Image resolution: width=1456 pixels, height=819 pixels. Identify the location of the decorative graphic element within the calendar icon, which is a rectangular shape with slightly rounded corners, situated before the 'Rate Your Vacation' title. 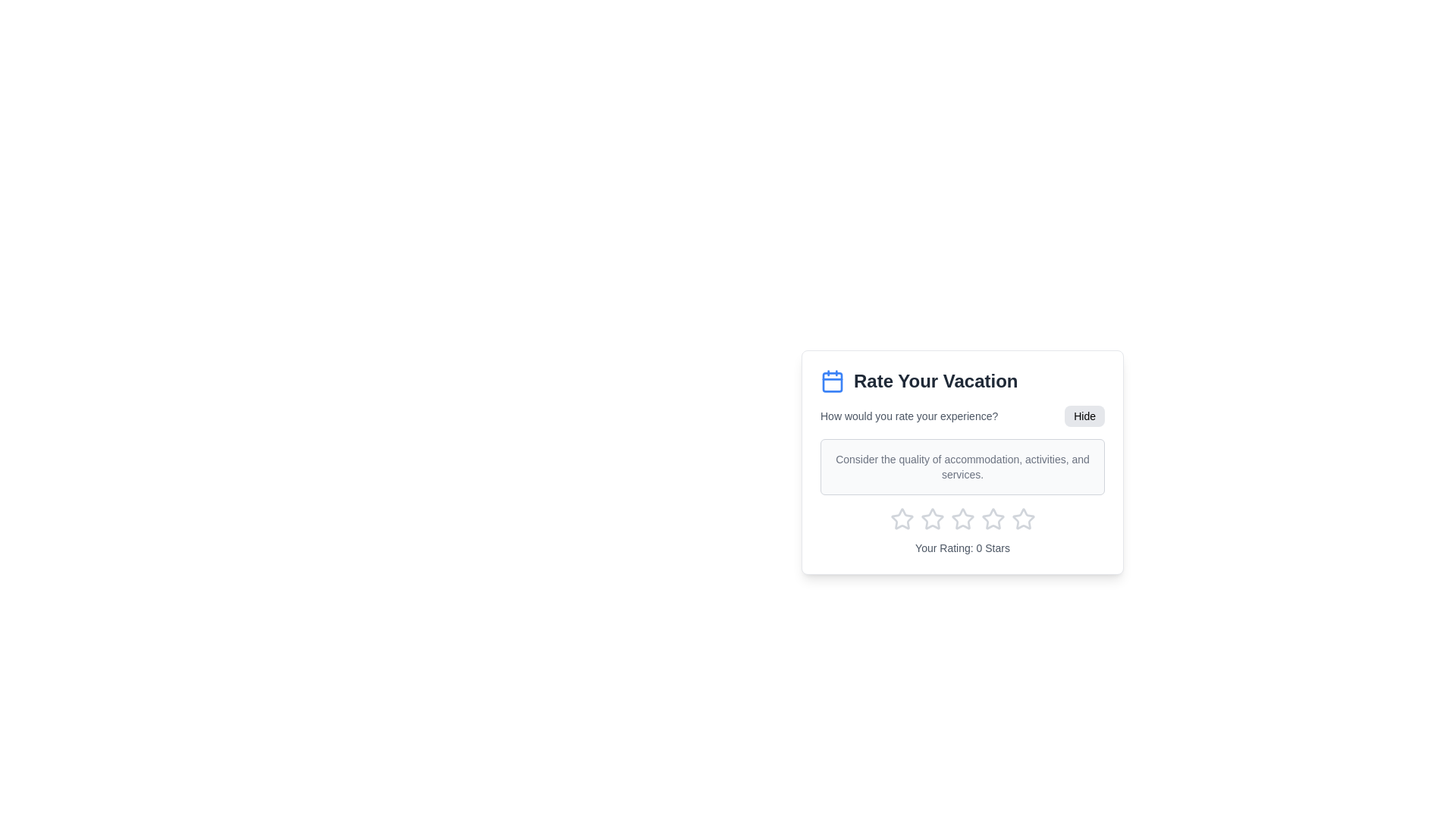
(832, 381).